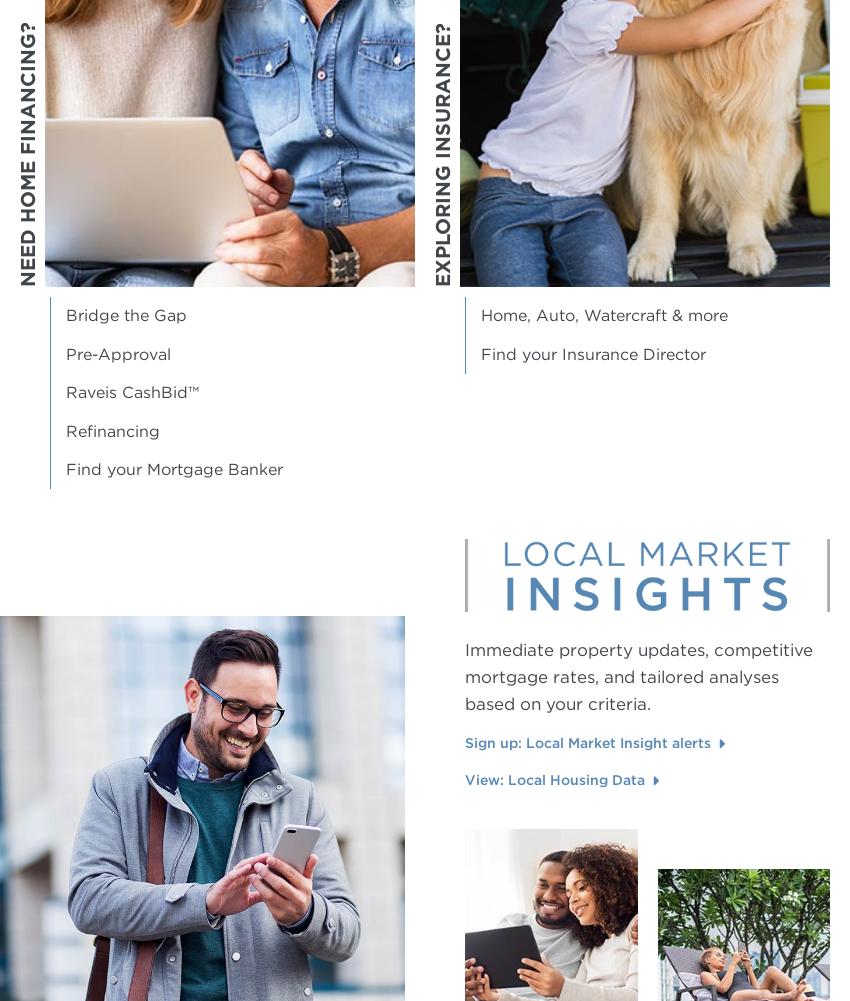  I want to click on 'Exploring Insurance?', so click(442, 154).